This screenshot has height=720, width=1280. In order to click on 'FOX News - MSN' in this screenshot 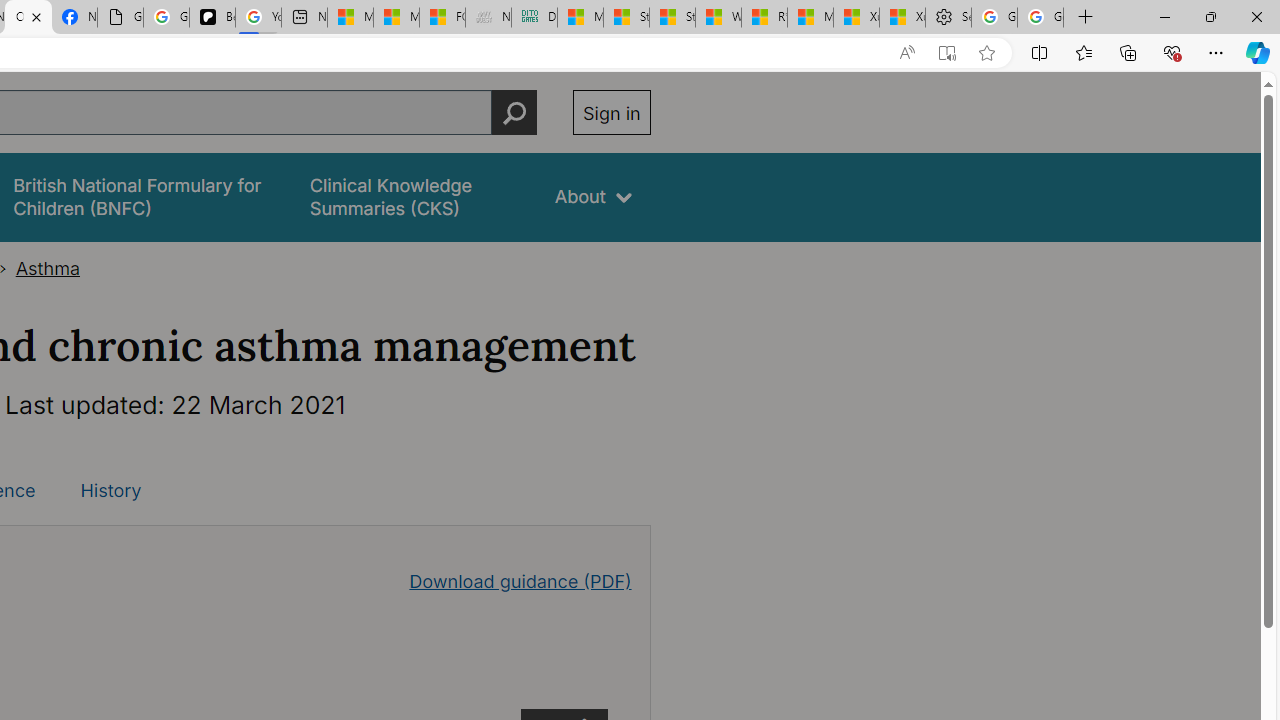, I will do `click(441, 17)`.